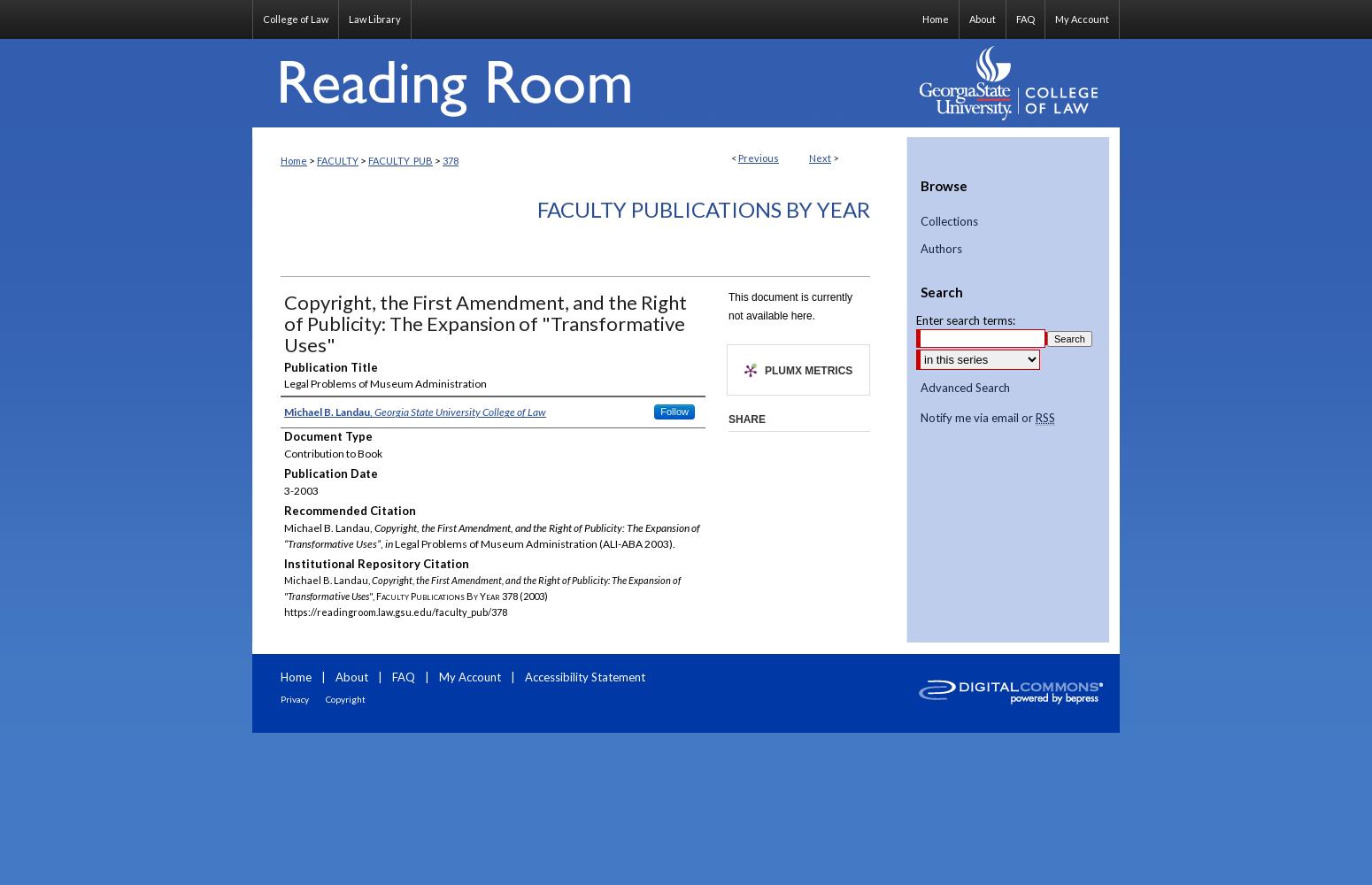 The height and width of the screenshot is (885, 1372). What do you see at coordinates (330, 366) in the screenshot?
I see `'Publication Title'` at bounding box center [330, 366].